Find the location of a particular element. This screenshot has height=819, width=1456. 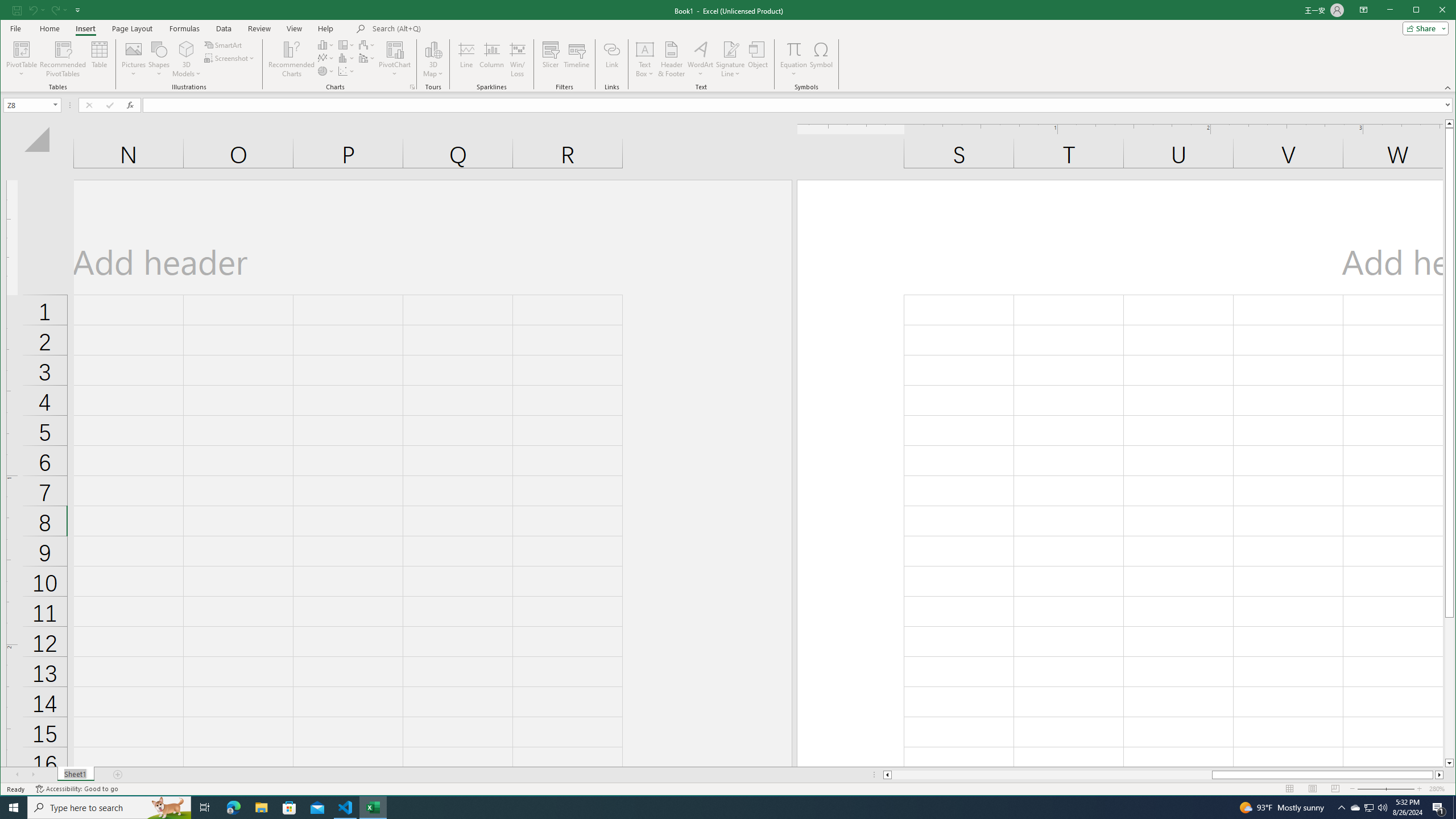

'Quick Access Toolbar' is located at coordinates (47, 10).